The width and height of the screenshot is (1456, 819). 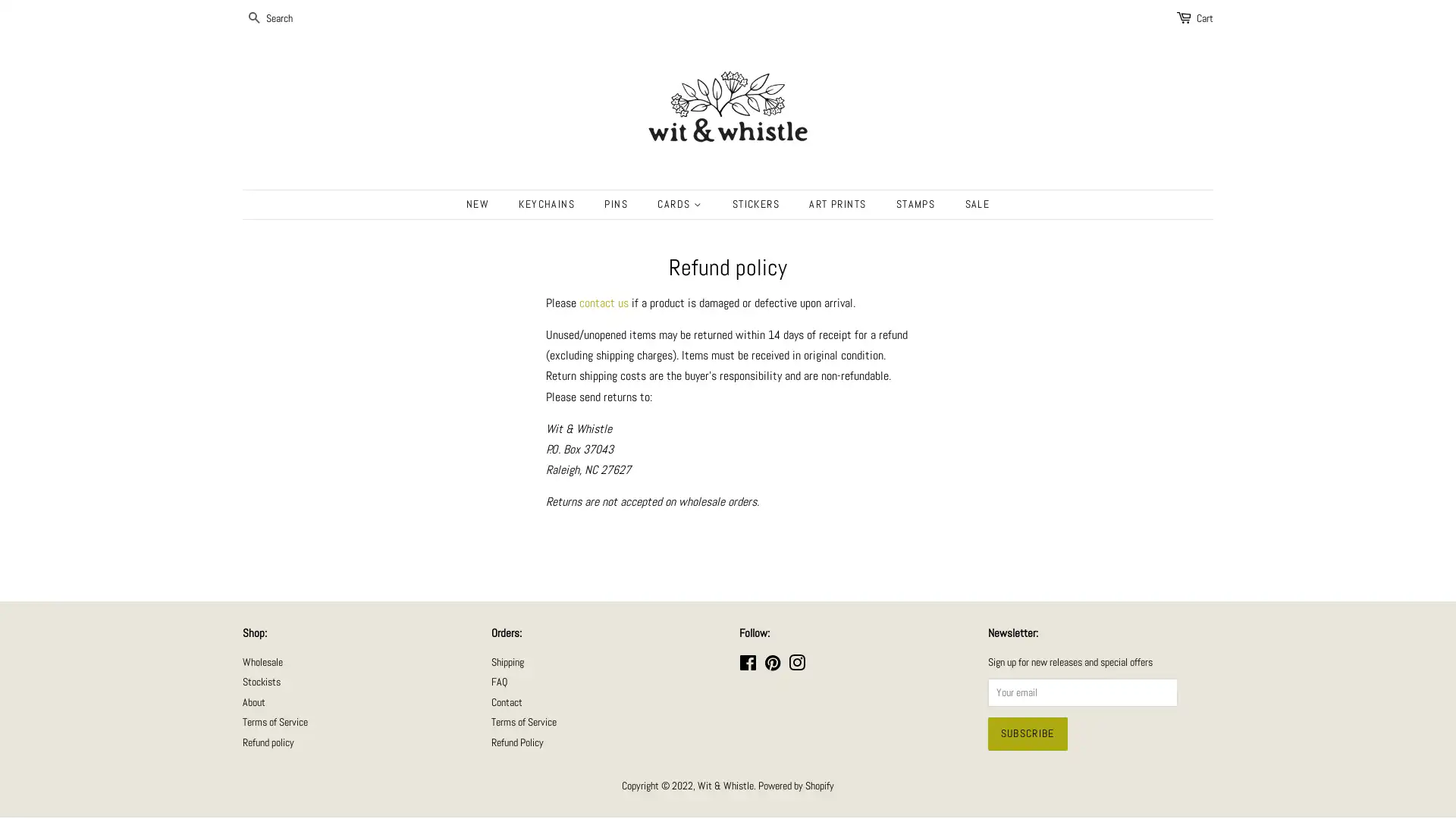 What do you see at coordinates (1027, 733) in the screenshot?
I see `Subscribe` at bounding box center [1027, 733].